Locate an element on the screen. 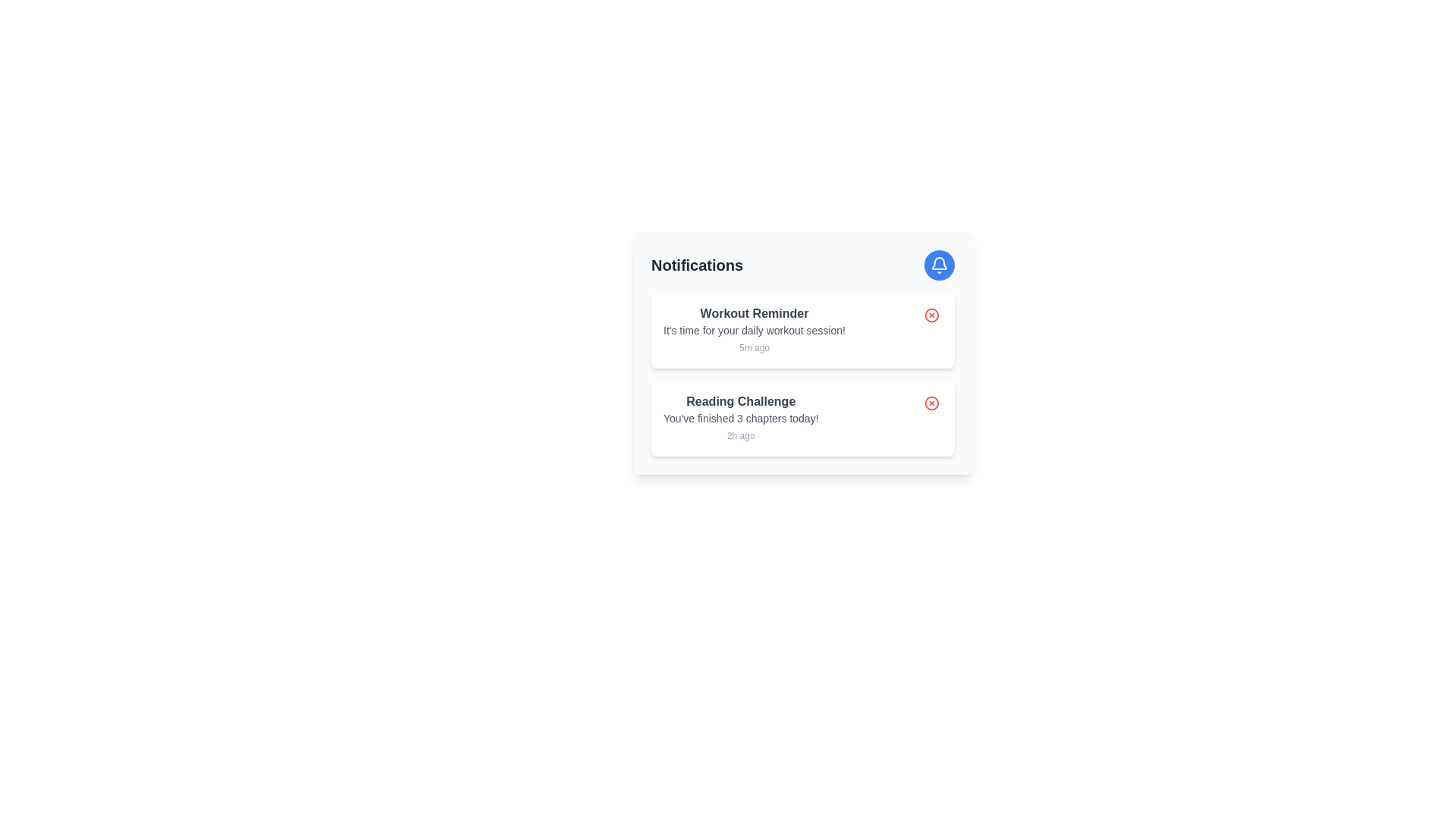 Image resolution: width=1456 pixels, height=819 pixels. the upper part of the notification bell icon, which is centrally positioned within the blue circle on the upper-right corner of the notification panel is located at coordinates (938, 262).